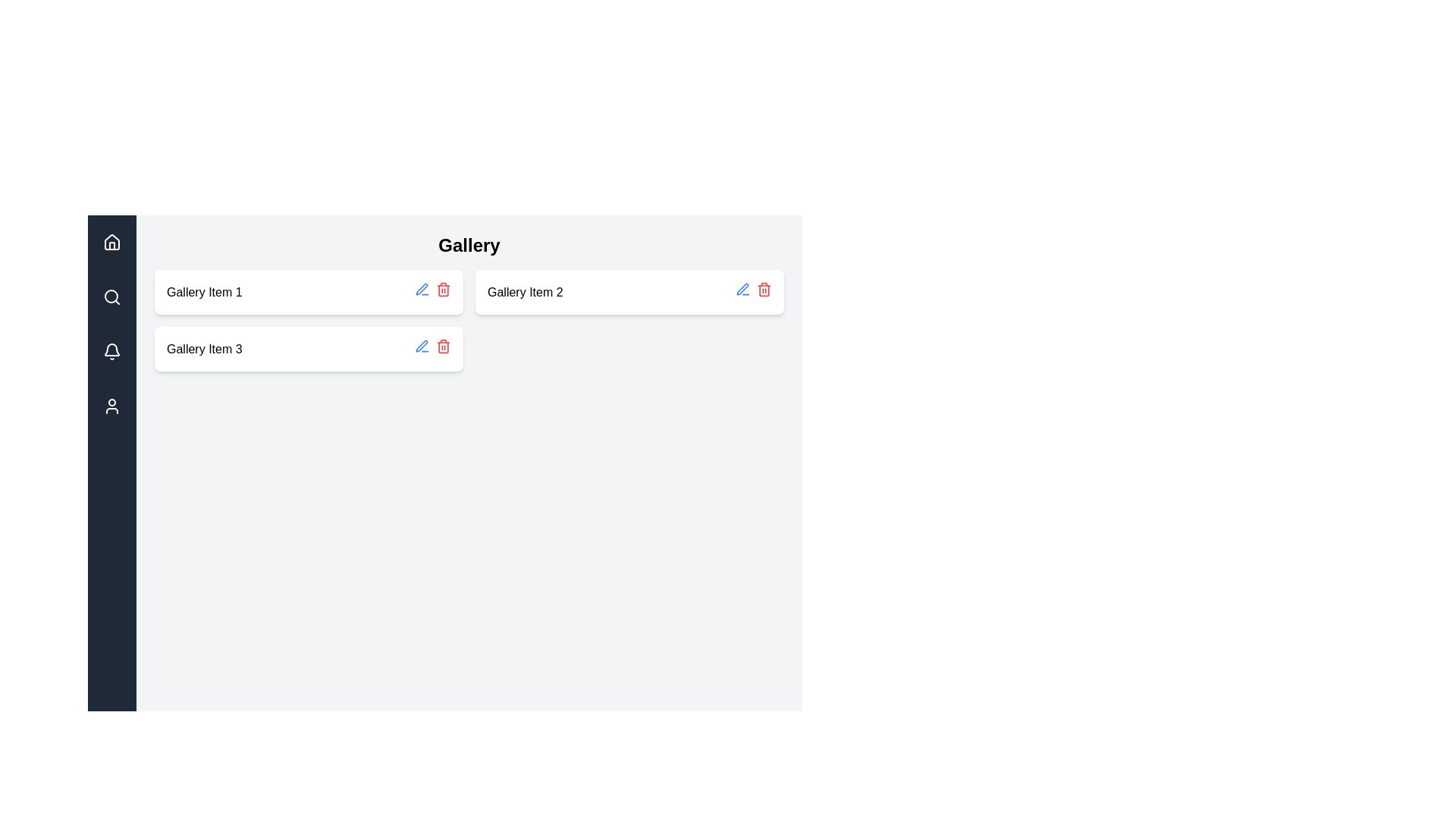 This screenshot has width=1456, height=819. I want to click on the bell icon in the vertical menu of the application's left sidebar, so click(111, 351).